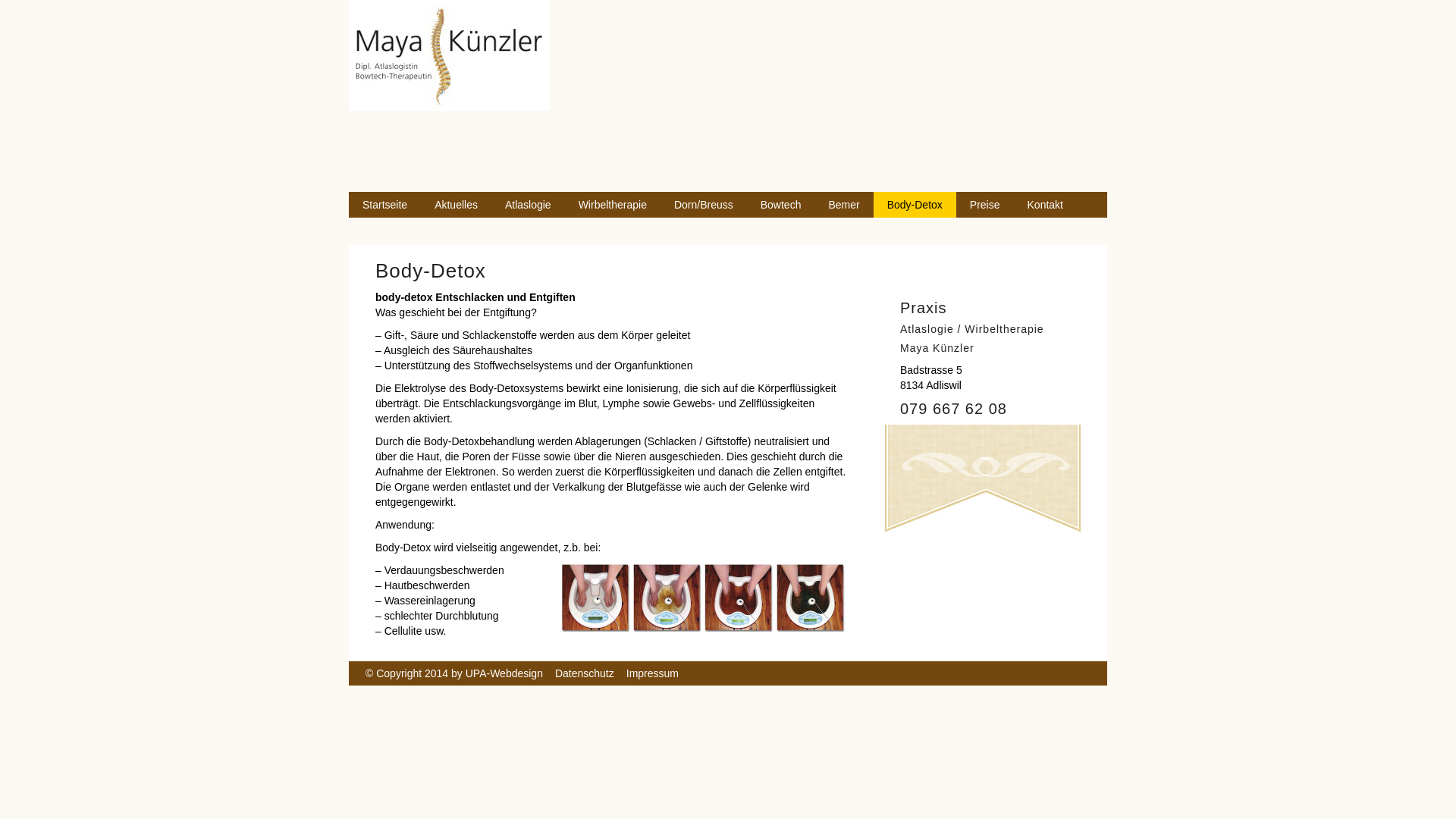 Image resolution: width=1456 pixels, height=819 pixels. Describe the element at coordinates (528, 205) in the screenshot. I see `'Atlaslogie'` at that location.